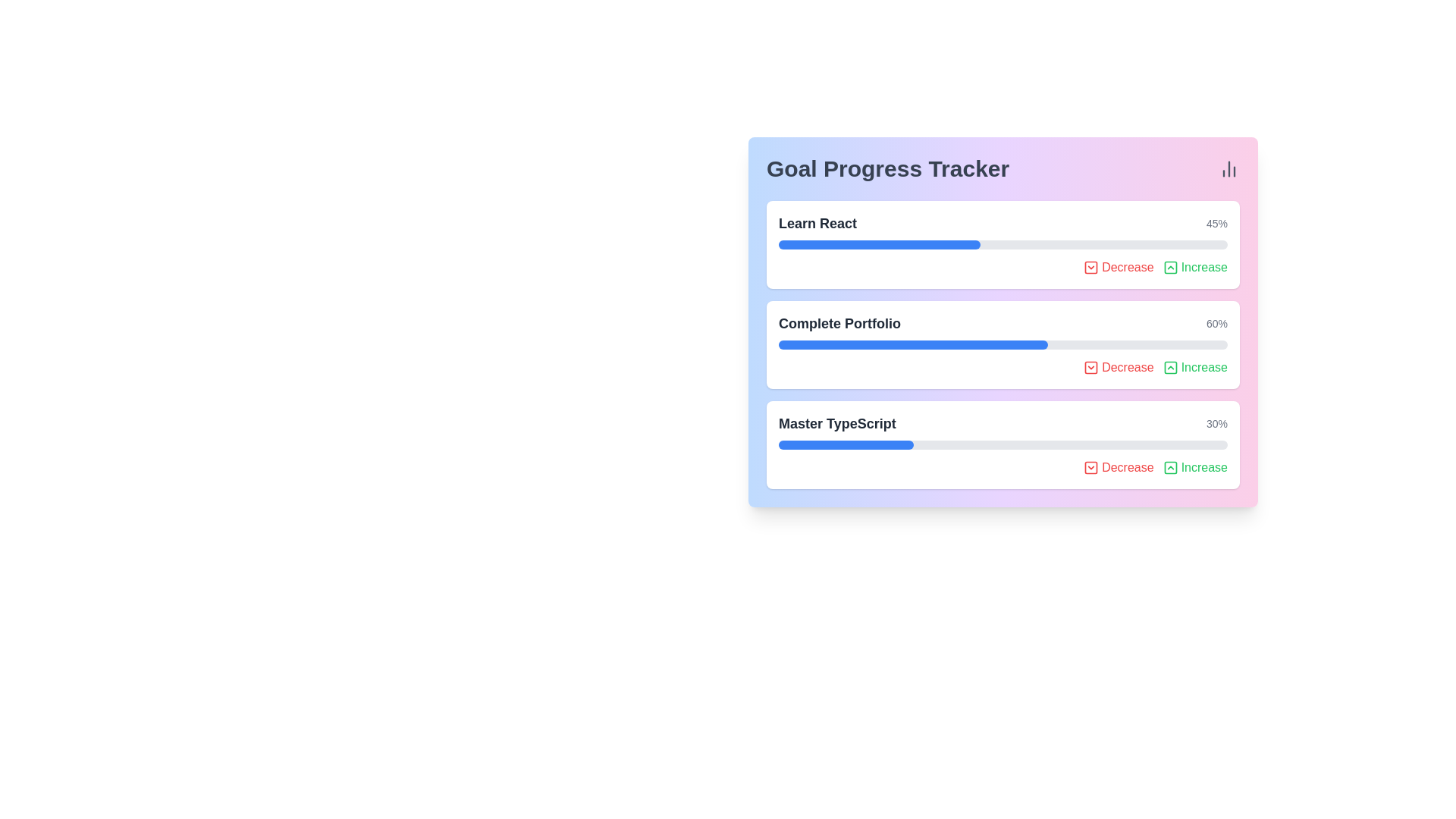  What do you see at coordinates (836, 424) in the screenshot?
I see `the text label reading 'Master TypeScript', which is bold and dark gray, located in the bottom section of a vertically stacked list of progress trackers` at bounding box center [836, 424].